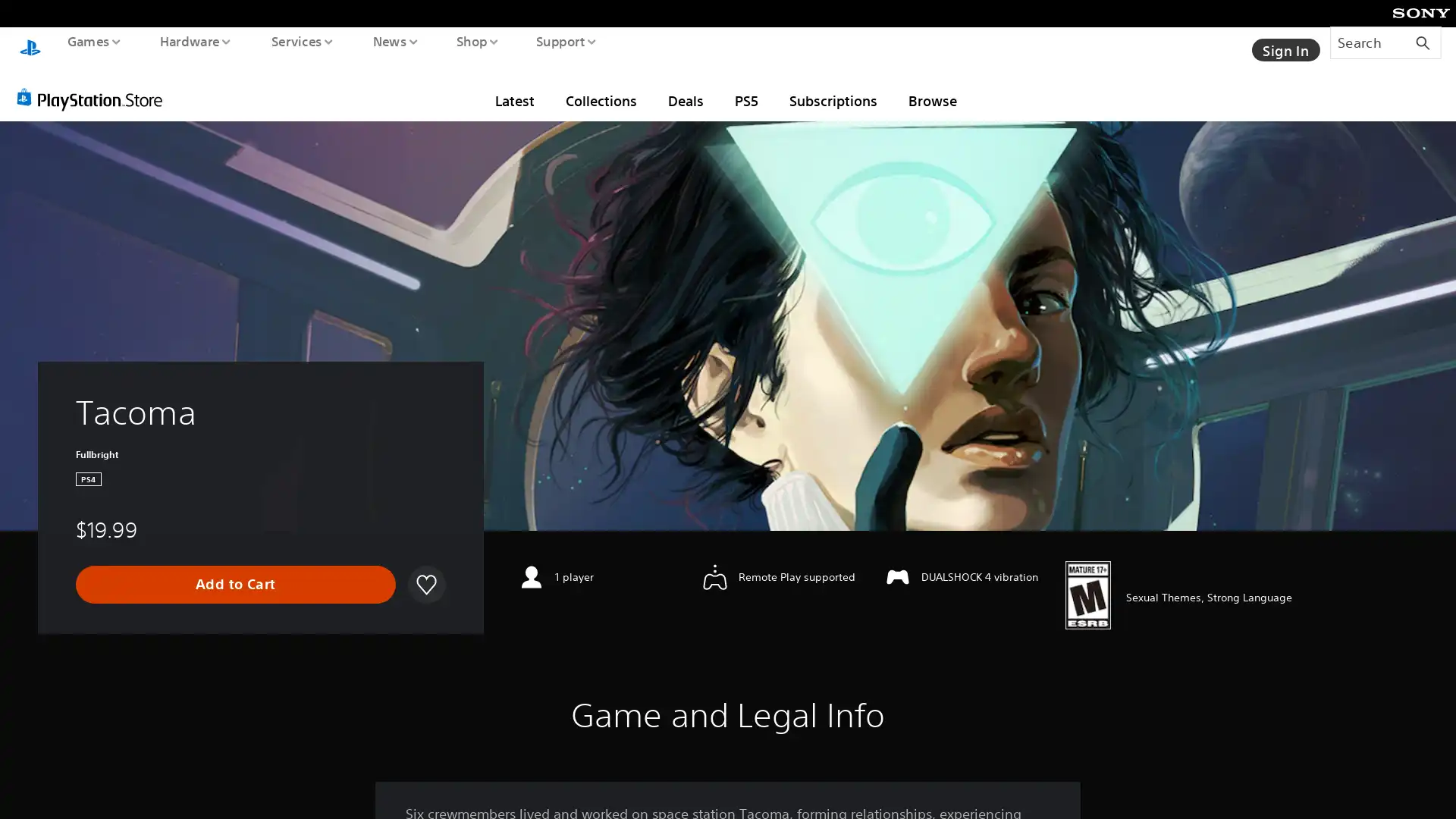  I want to click on Sign In, so click(1284, 42).